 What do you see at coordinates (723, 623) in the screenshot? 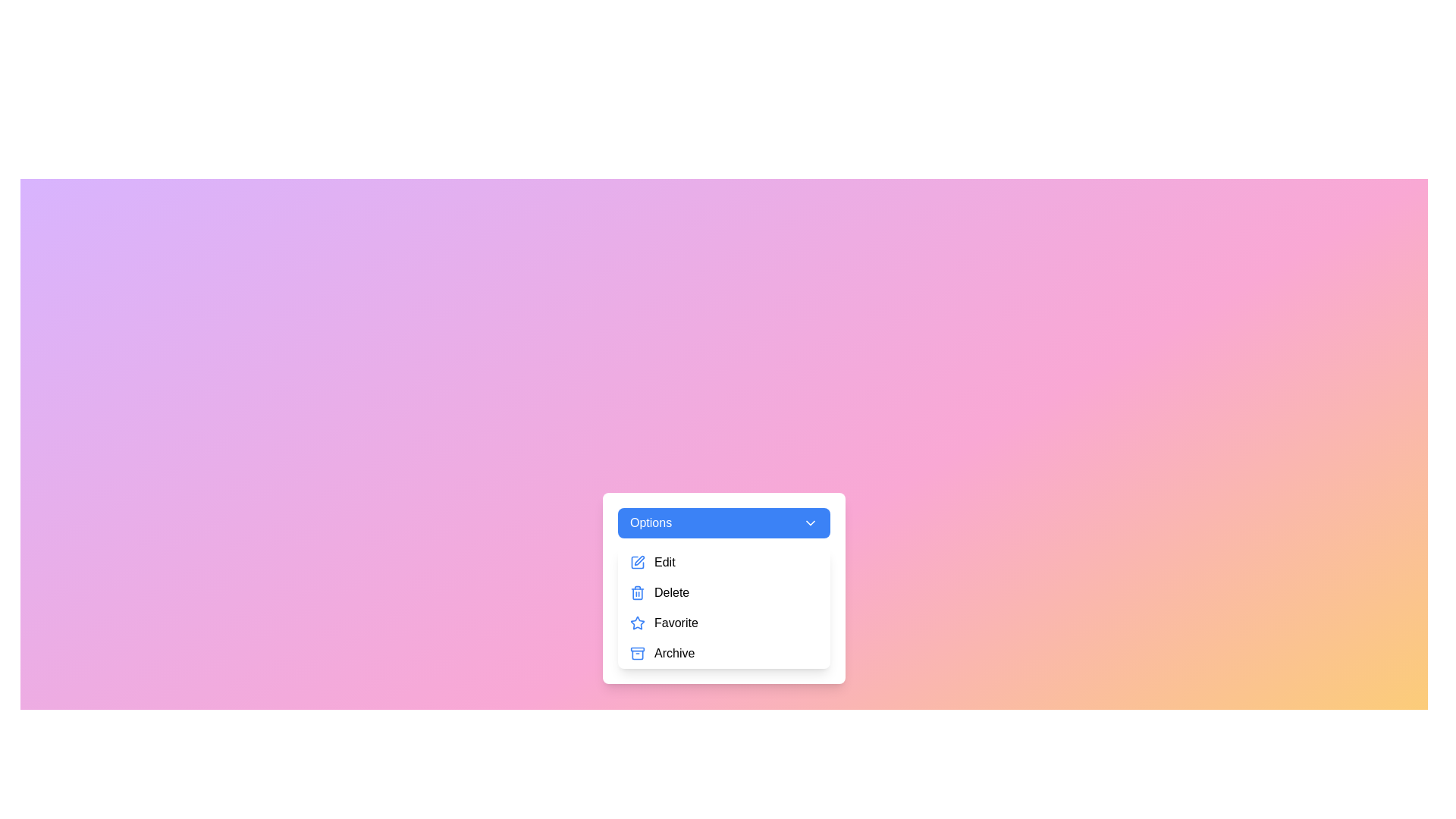
I see `the menu item Favorite` at bounding box center [723, 623].